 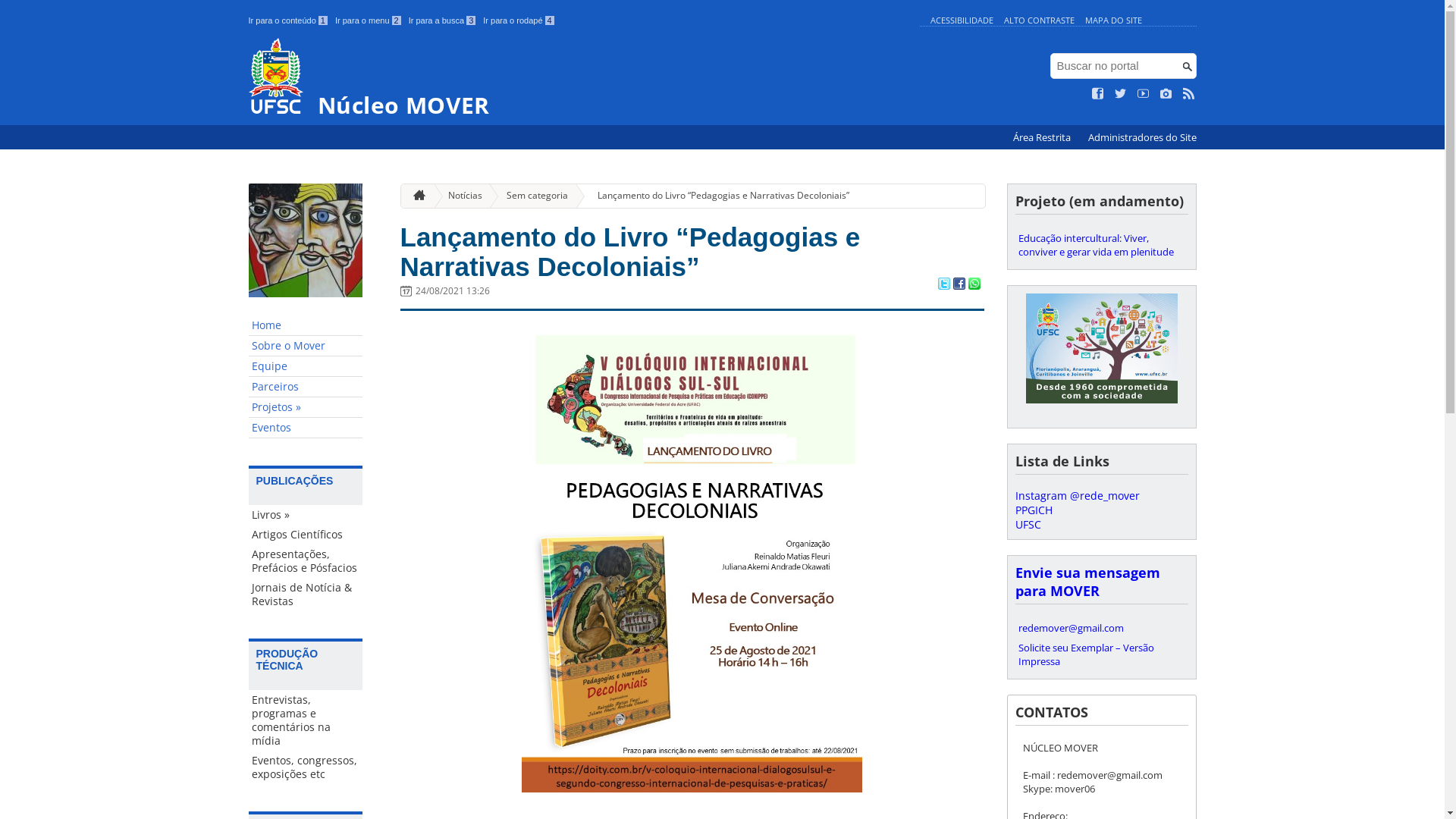 What do you see at coordinates (1015, 523) in the screenshot?
I see `'UFSC'` at bounding box center [1015, 523].